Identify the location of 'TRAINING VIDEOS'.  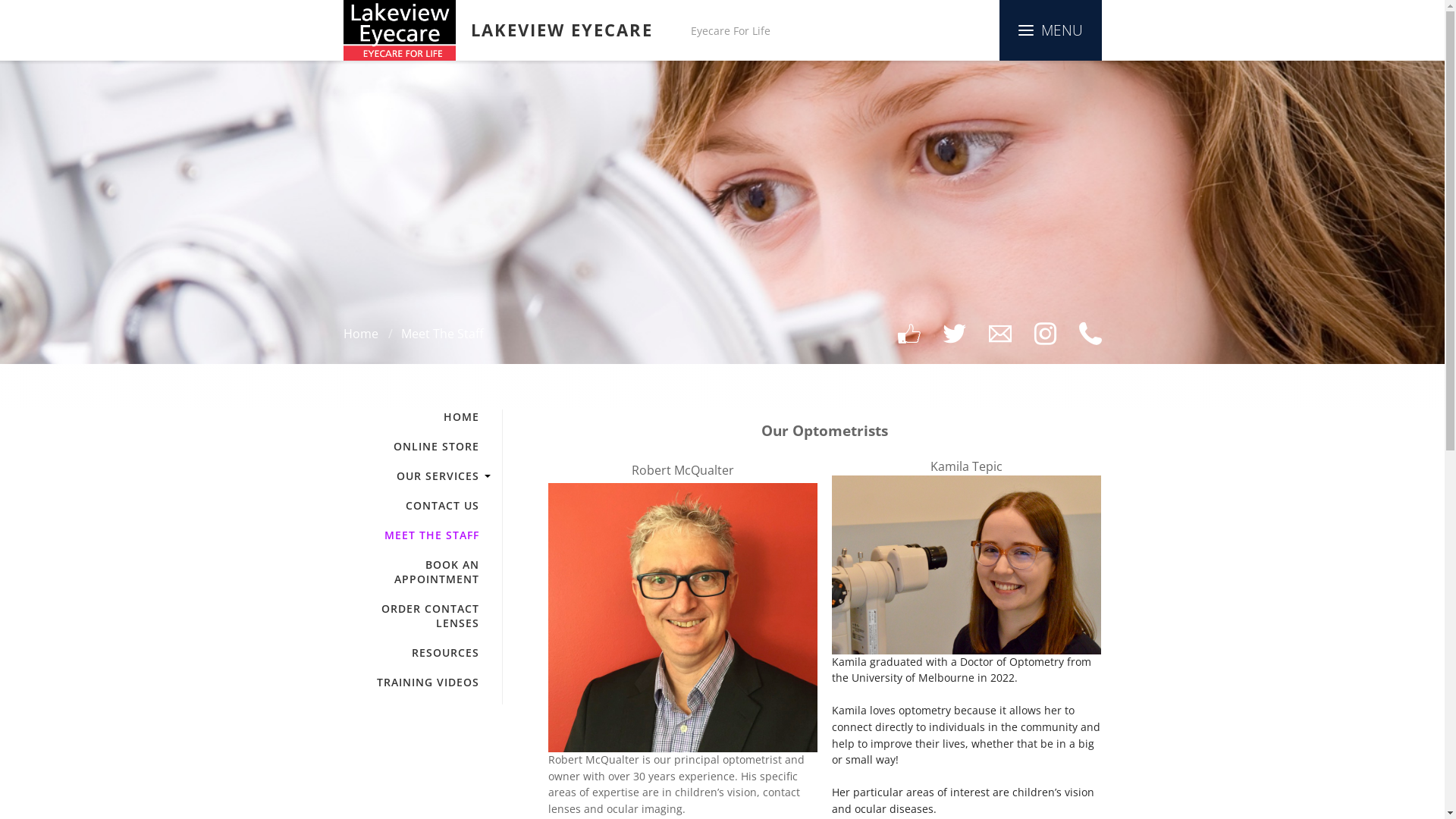
(410, 681).